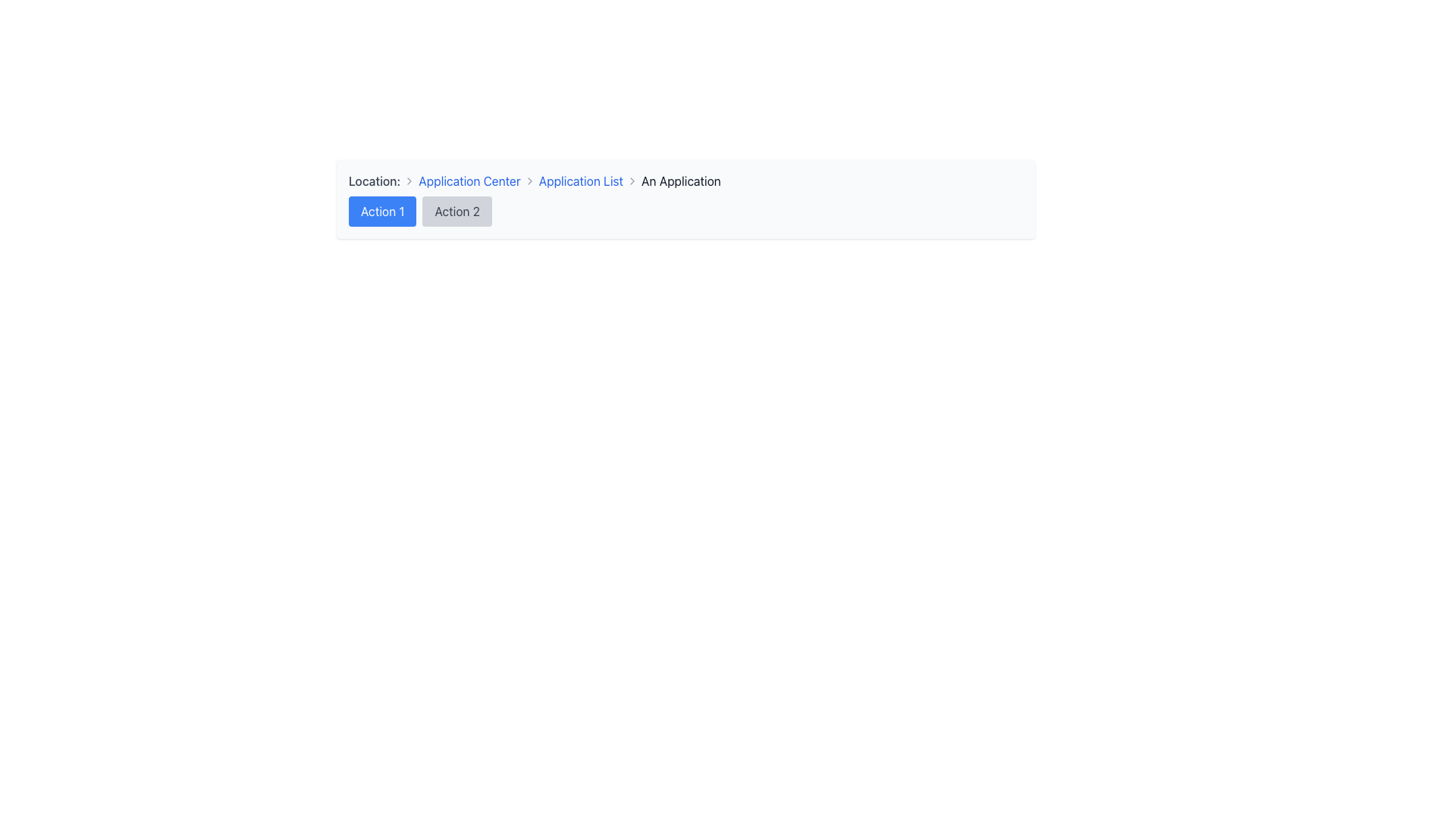 This screenshot has width=1456, height=819. What do you see at coordinates (680, 180) in the screenshot?
I see `the Static Text Label displaying 'An Application', which is the last item in the breadcrumb navigation bar` at bounding box center [680, 180].